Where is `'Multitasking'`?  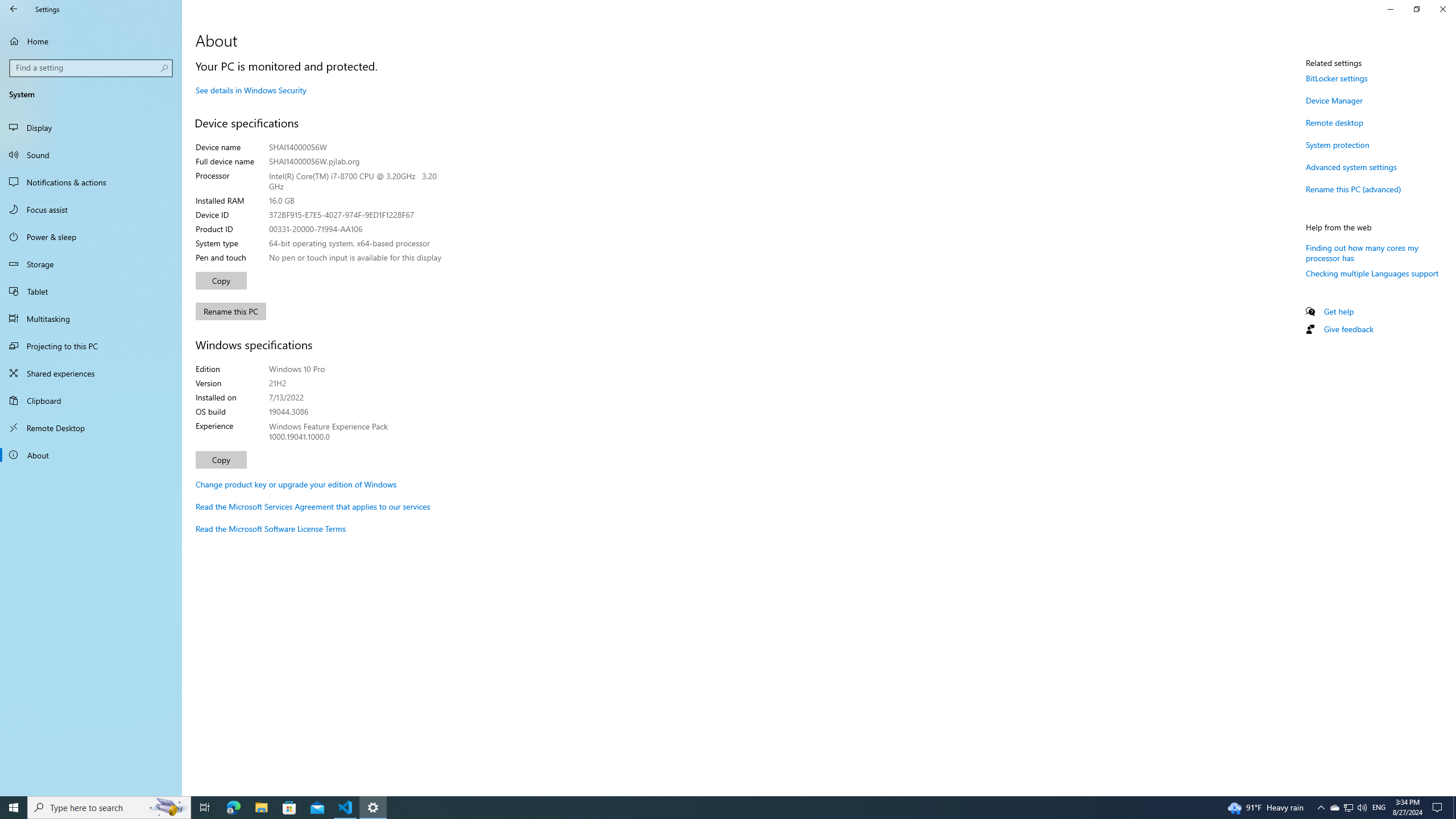 'Multitasking' is located at coordinates (90, 318).